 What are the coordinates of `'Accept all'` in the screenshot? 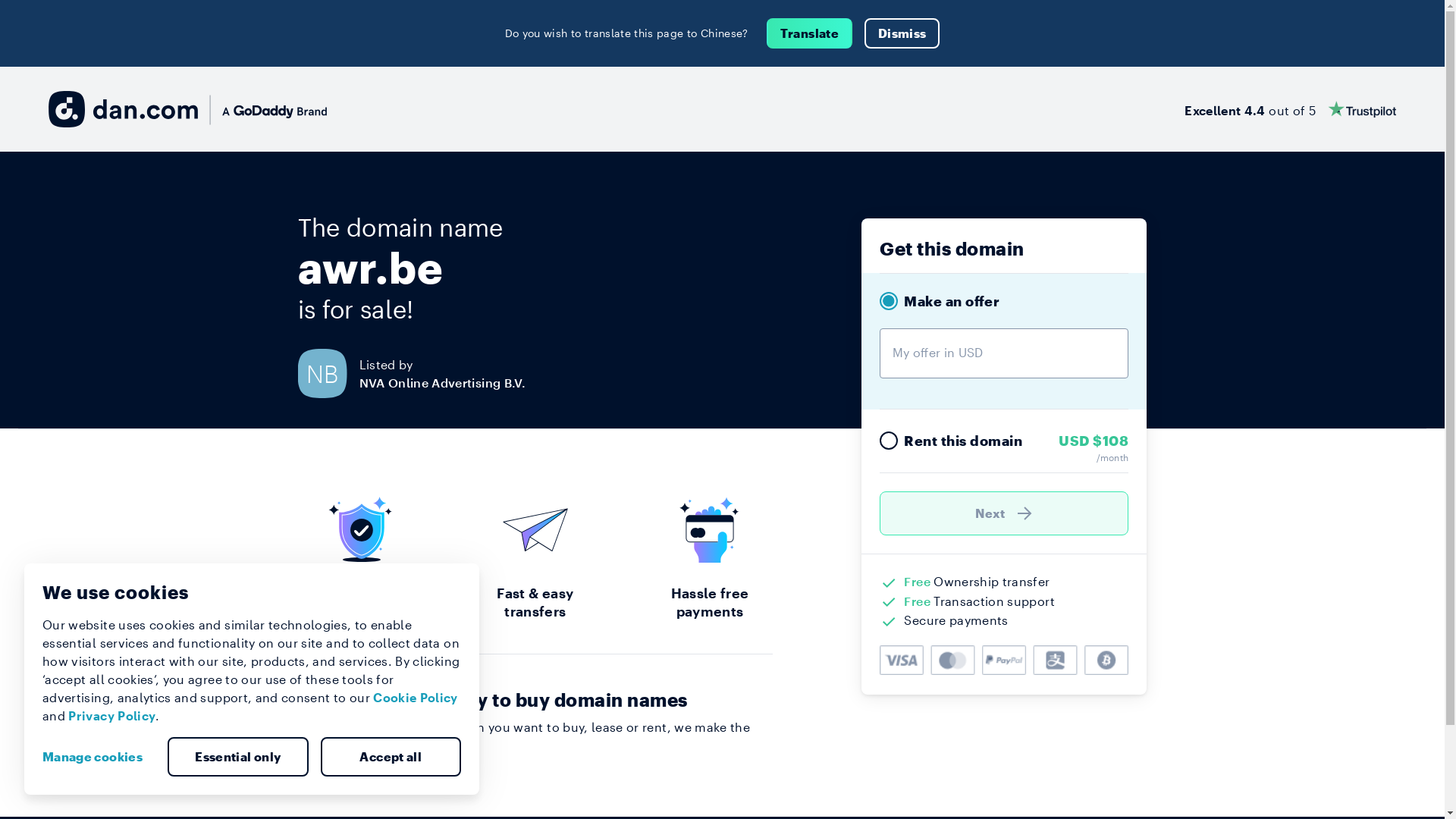 It's located at (390, 757).